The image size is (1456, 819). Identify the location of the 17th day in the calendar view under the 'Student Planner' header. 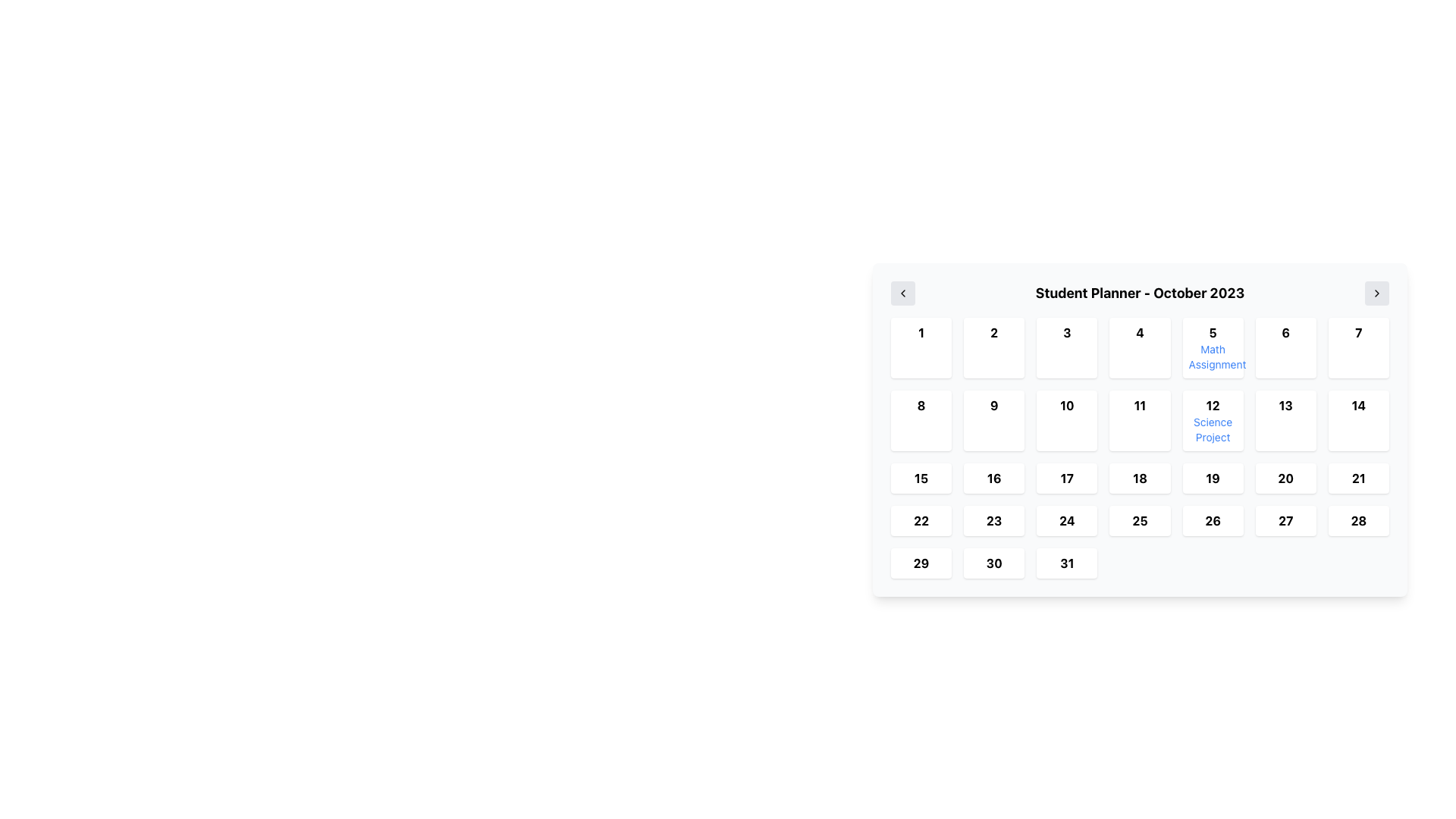
(1066, 479).